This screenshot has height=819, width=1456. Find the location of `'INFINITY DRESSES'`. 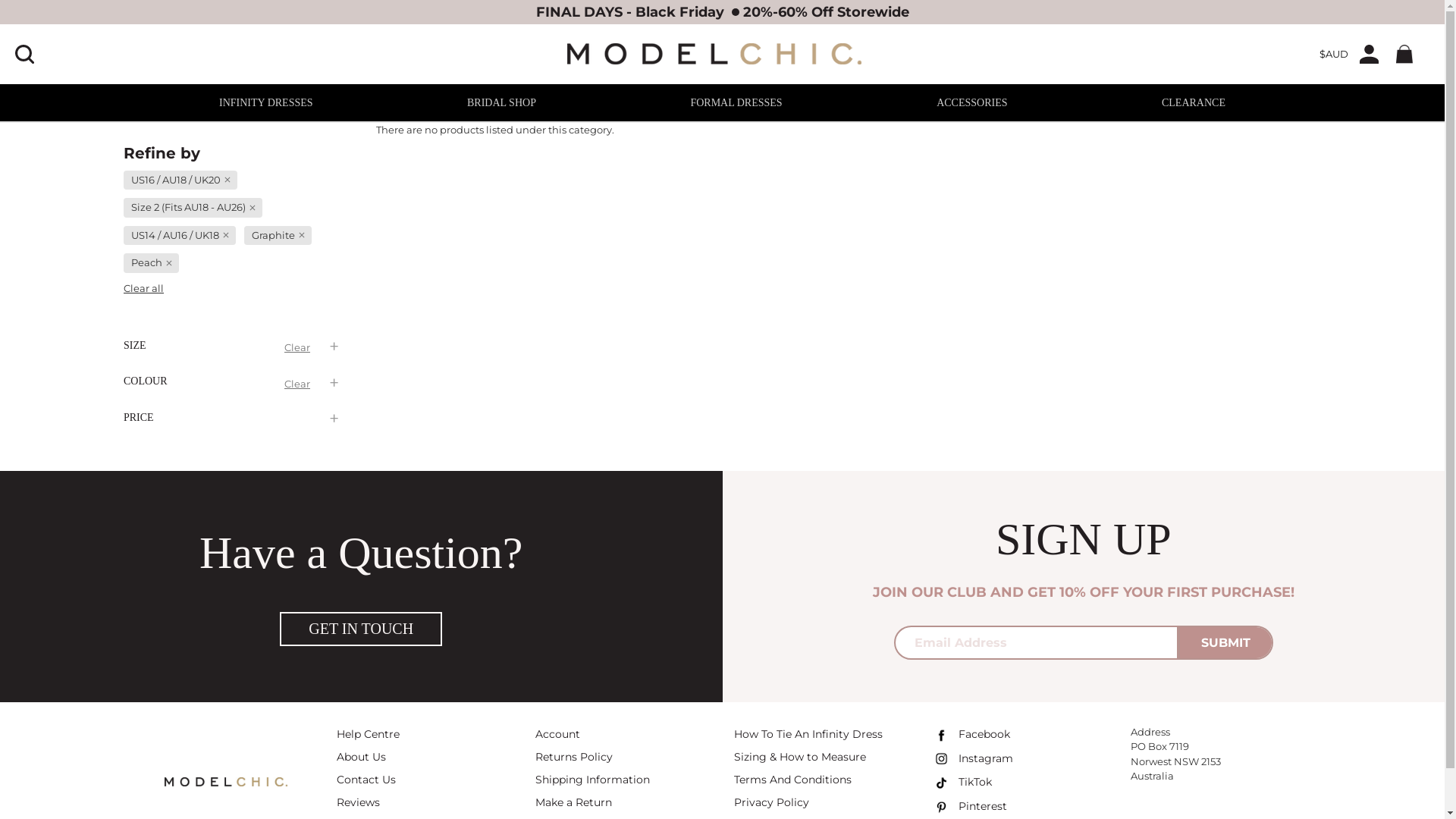

'INFINITY DRESSES' is located at coordinates (265, 102).